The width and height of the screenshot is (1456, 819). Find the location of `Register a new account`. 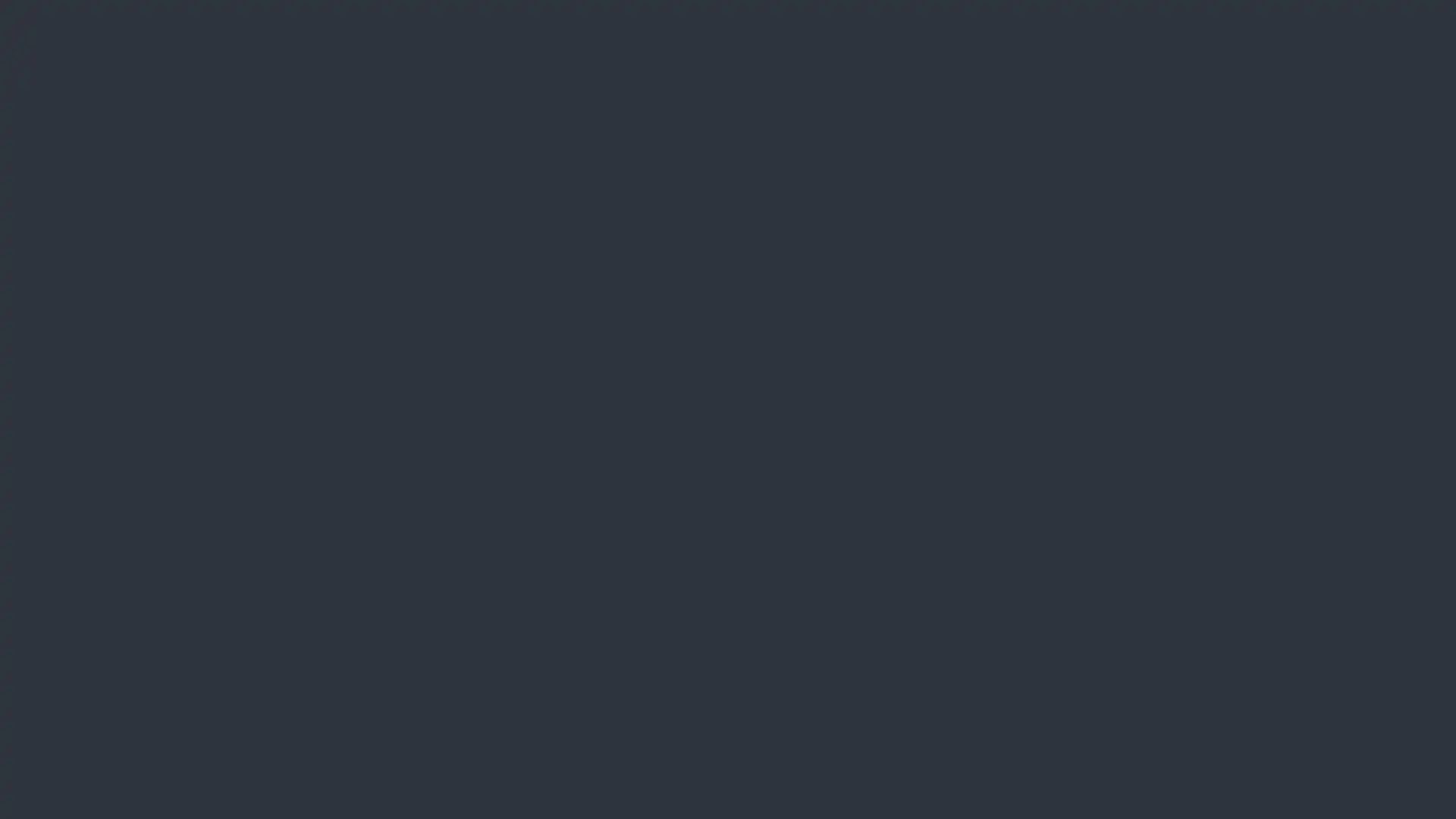

Register a new account is located at coordinates (728, 504).